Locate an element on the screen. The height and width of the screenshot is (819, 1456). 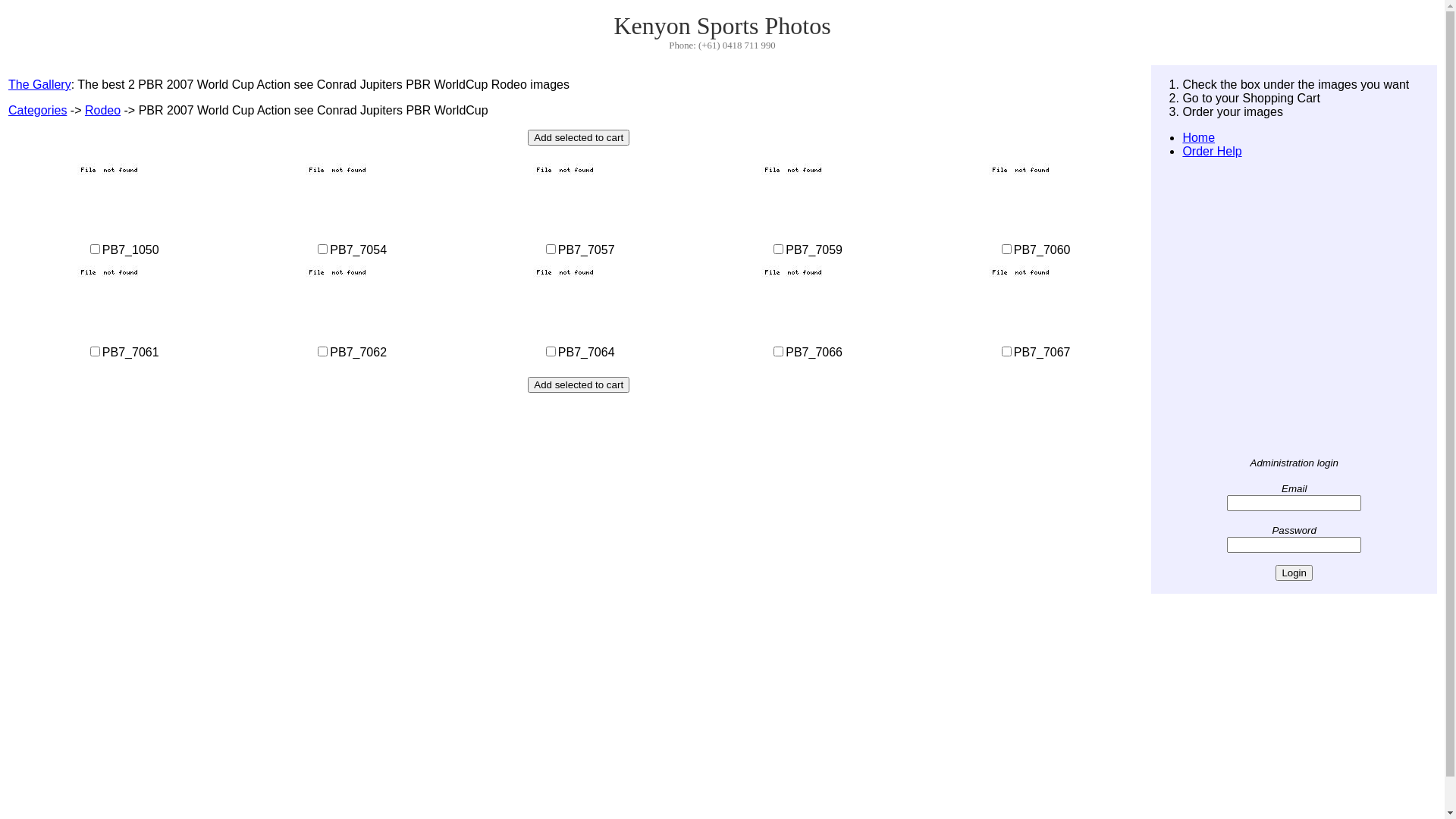
'Order Help' is located at coordinates (1211, 151).